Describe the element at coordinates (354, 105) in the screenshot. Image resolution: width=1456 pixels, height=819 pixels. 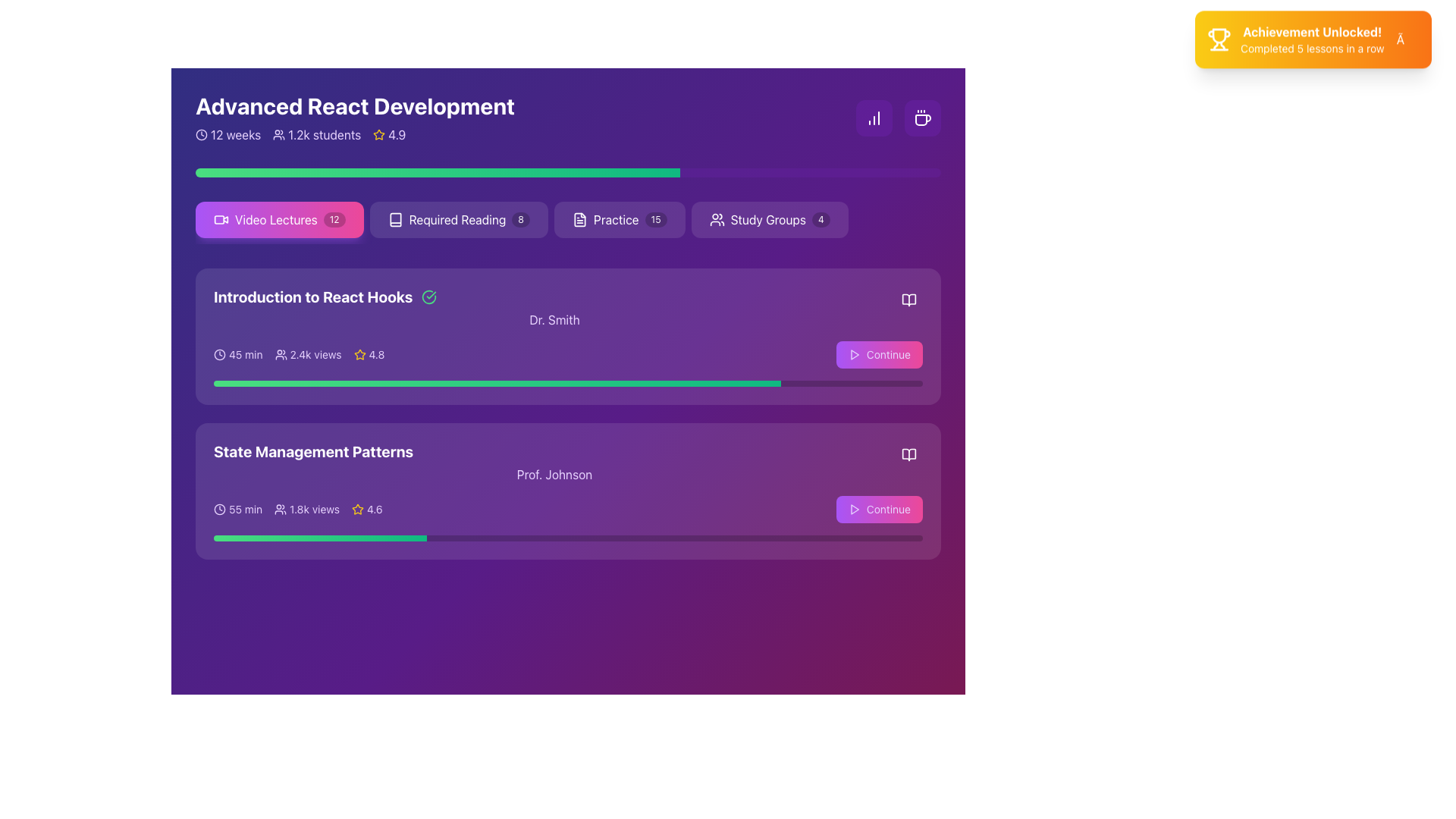
I see `the main header text for the course 'Advanced React Development', which is positioned at the top left corner of the interface` at that location.